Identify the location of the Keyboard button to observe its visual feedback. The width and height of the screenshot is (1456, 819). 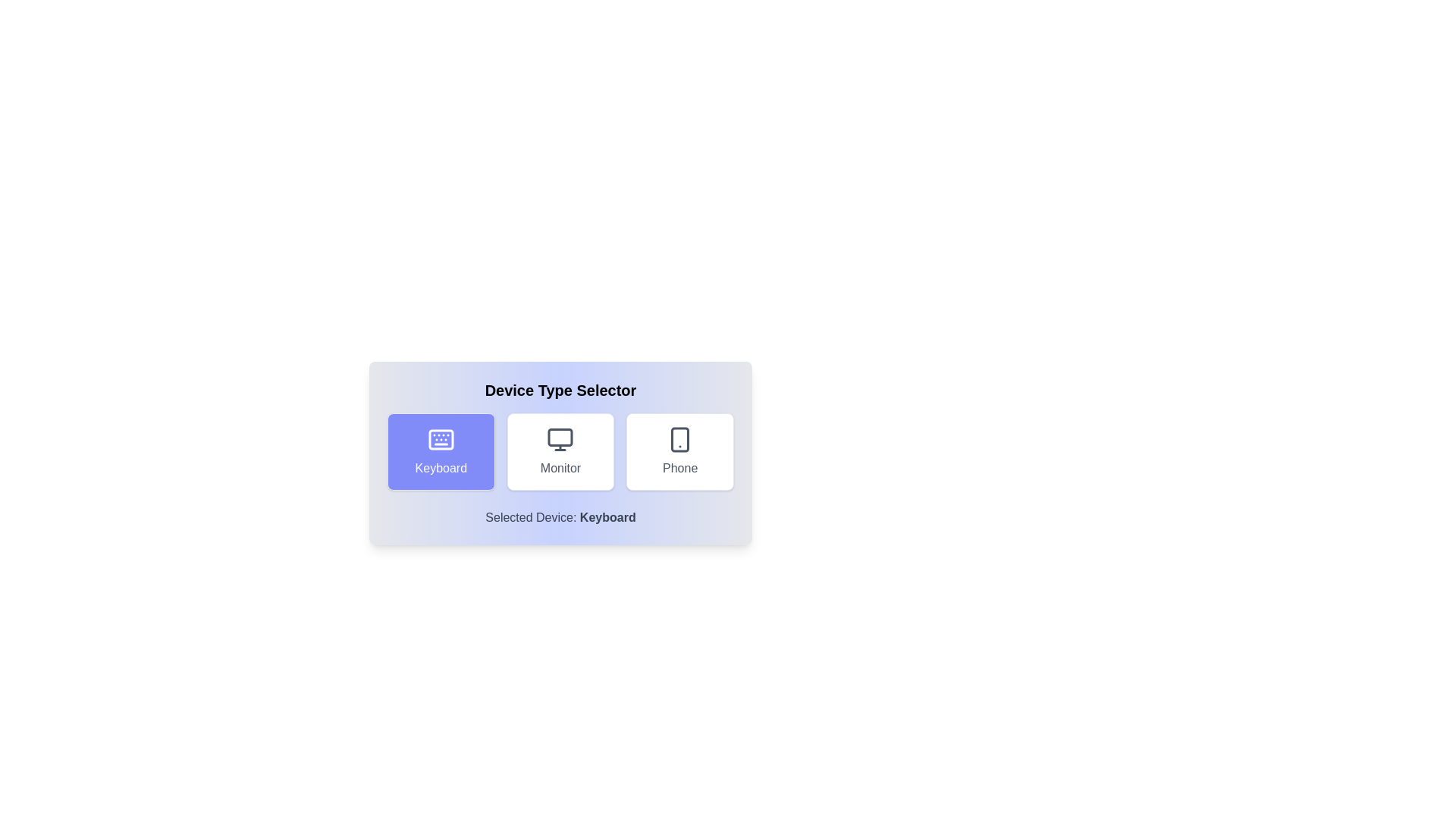
(439, 451).